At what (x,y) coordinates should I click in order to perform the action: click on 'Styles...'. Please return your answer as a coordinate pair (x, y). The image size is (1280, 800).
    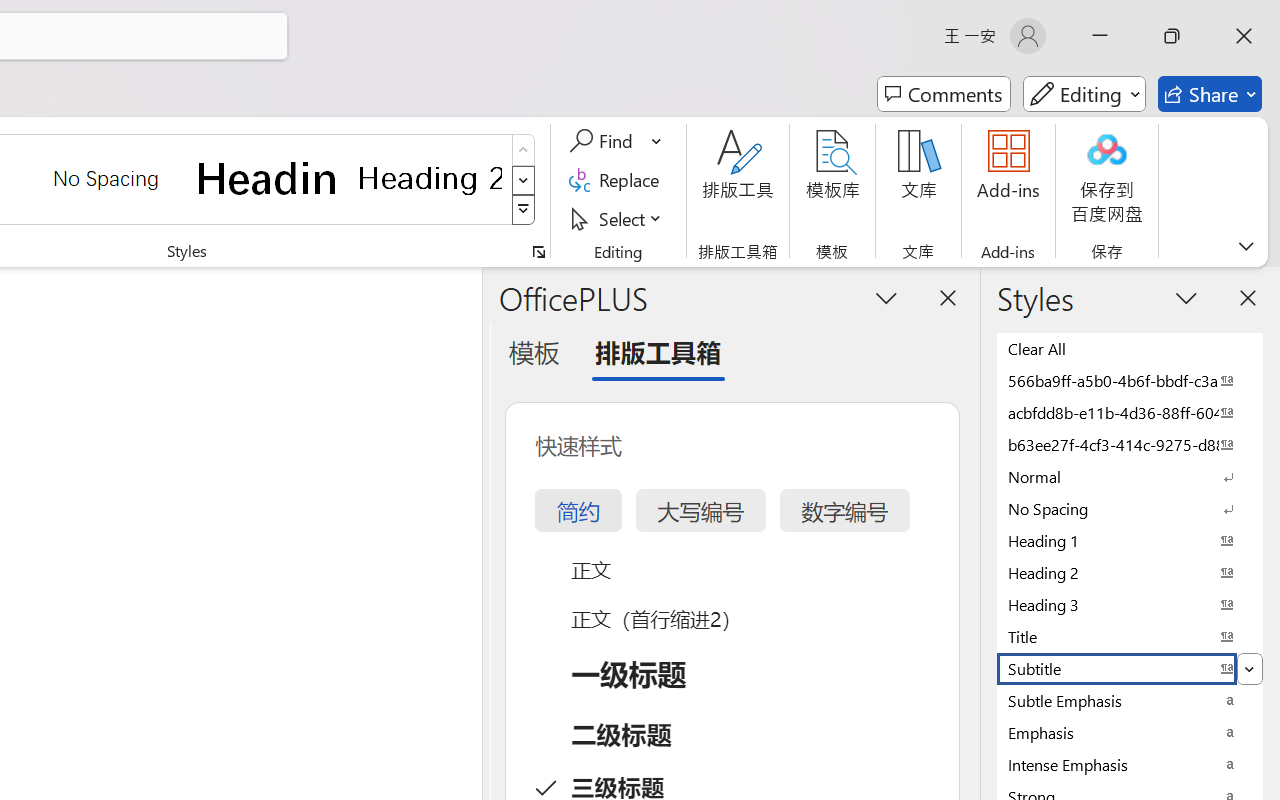
    Looking at the image, I should click on (538, 251).